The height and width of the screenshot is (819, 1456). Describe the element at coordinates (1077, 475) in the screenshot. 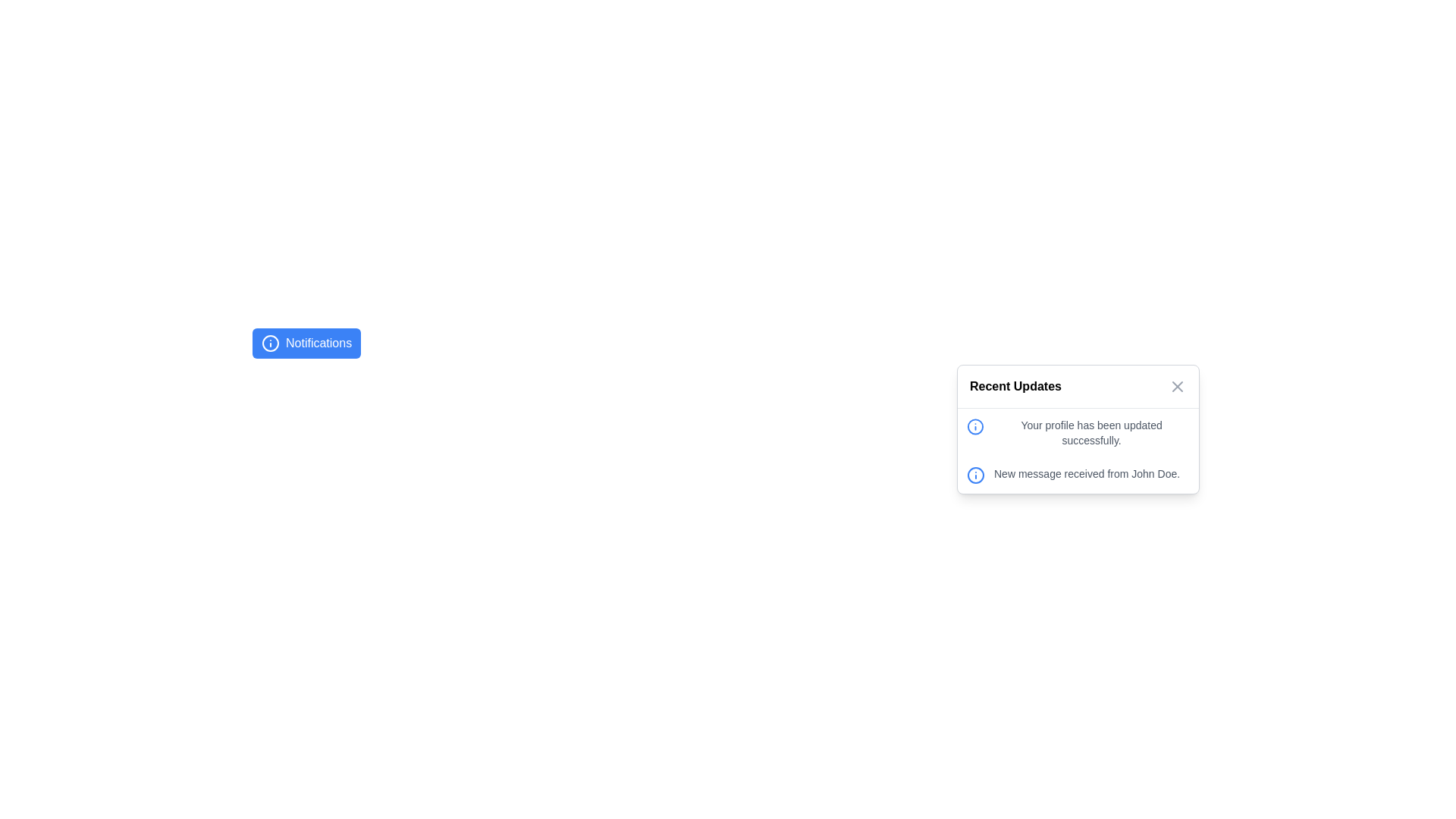

I see `the notification item displaying the message 'New message received from John Doe.' which includes a blue information icon, located under the header 'Recent Updates'` at that location.